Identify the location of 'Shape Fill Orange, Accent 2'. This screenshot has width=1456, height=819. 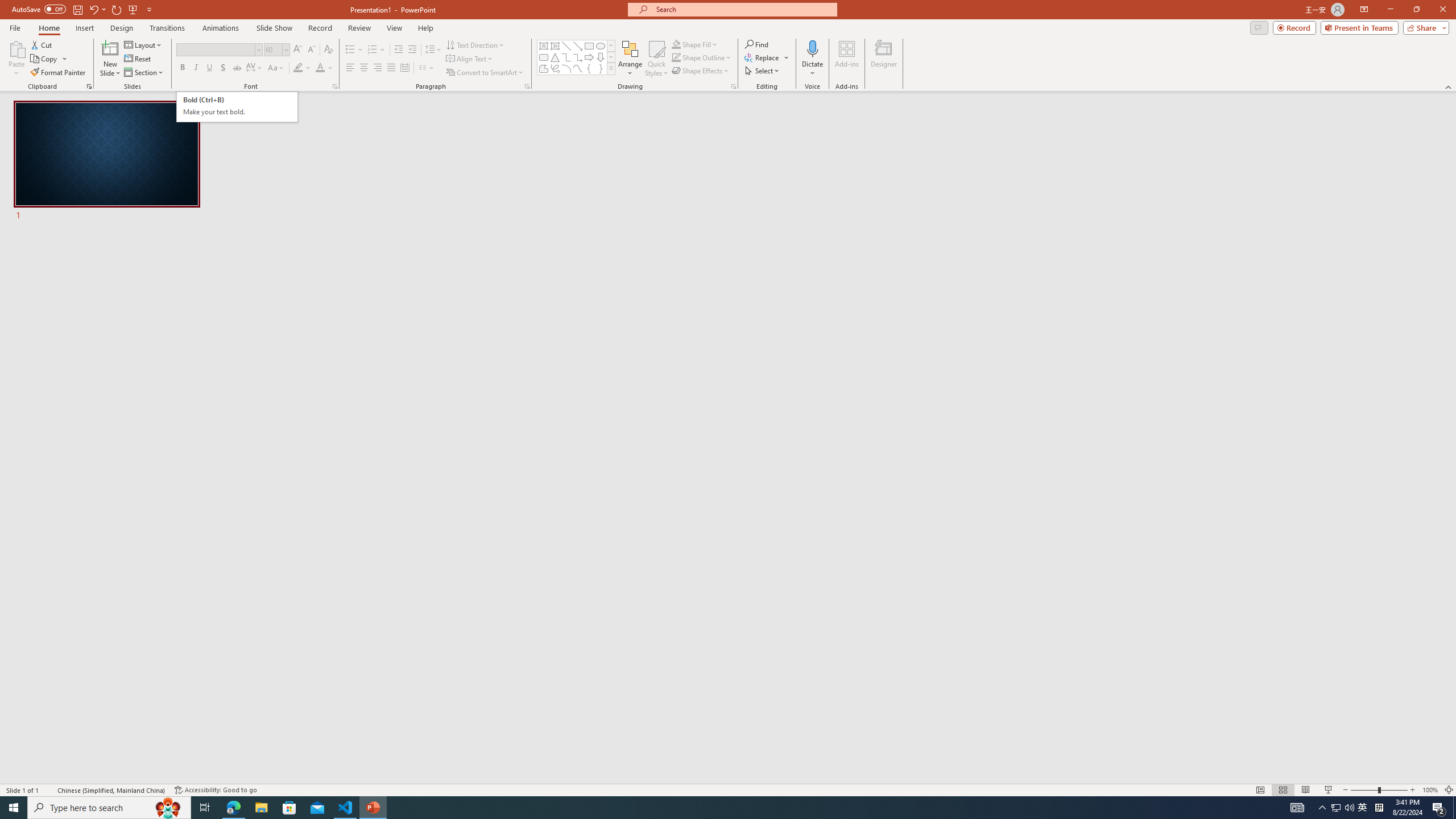
(676, 44).